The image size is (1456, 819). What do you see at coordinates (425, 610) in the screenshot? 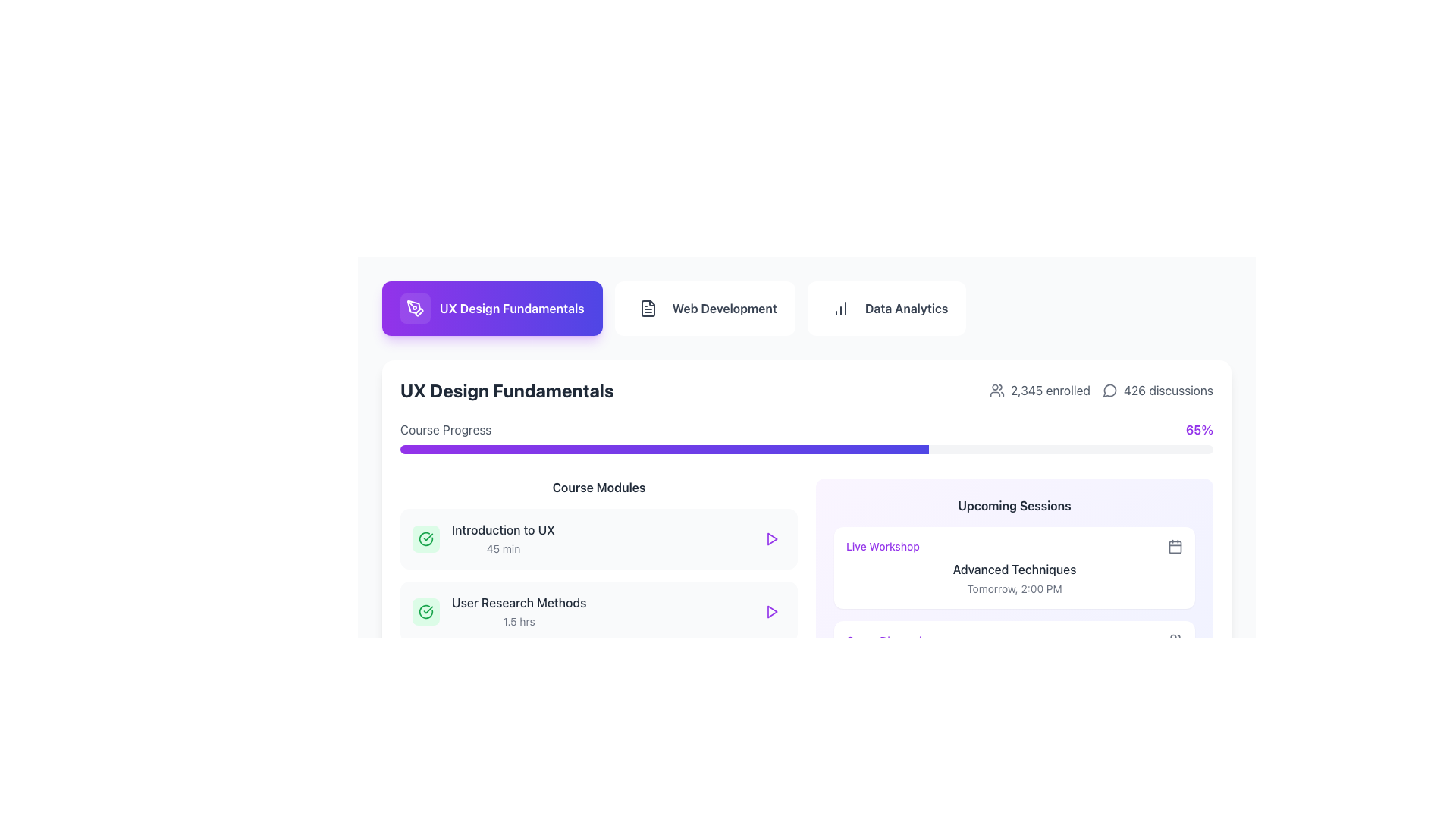
I see `the checkmark in a circle icon indicating completion within the 'User Research Methods' course module card` at bounding box center [425, 610].